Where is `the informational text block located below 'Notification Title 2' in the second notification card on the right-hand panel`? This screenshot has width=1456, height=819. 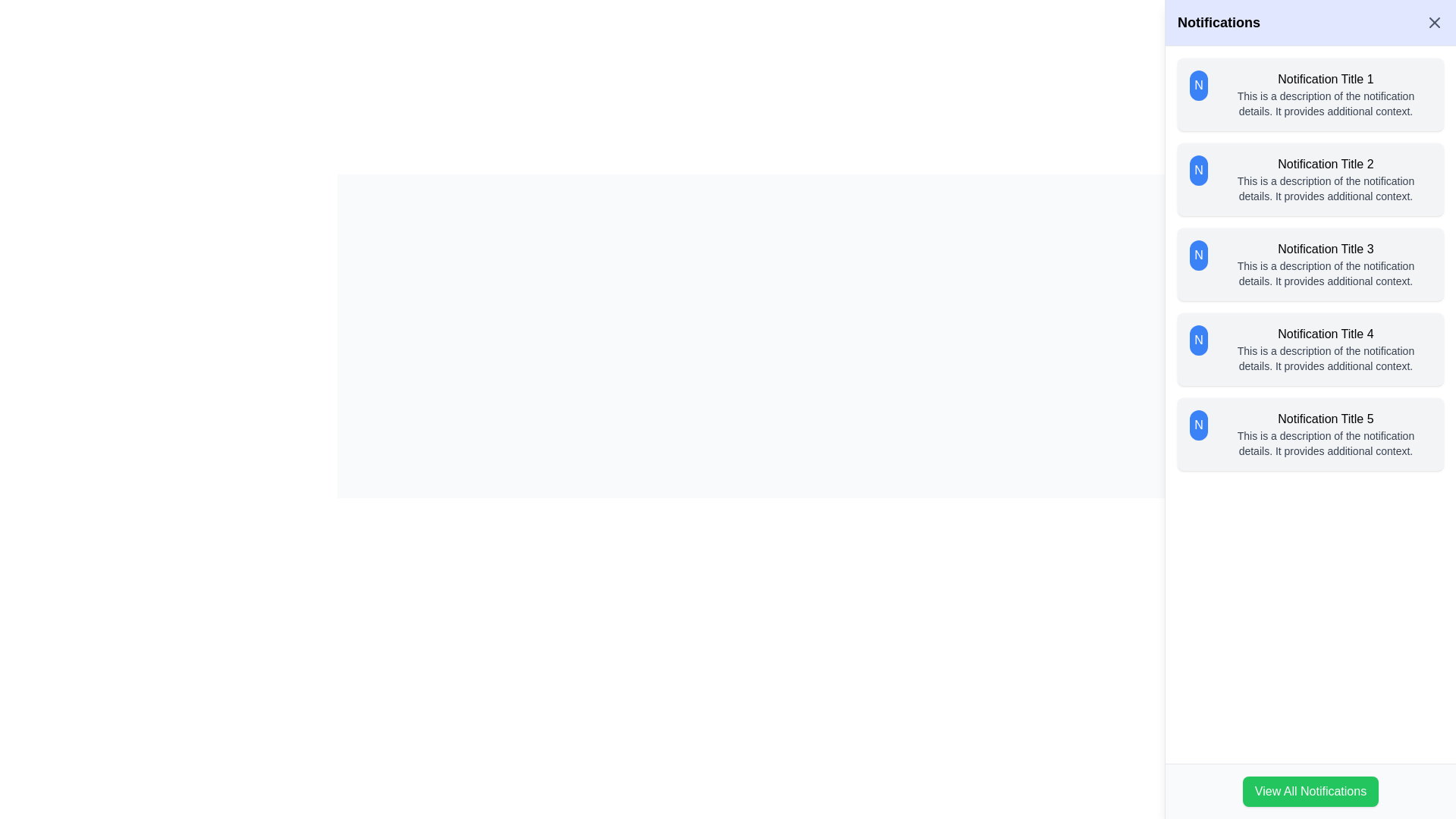
the informational text block located below 'Notification Title 2' in the second notification card on the right-hand panel is located at coordinates (1325, 188).